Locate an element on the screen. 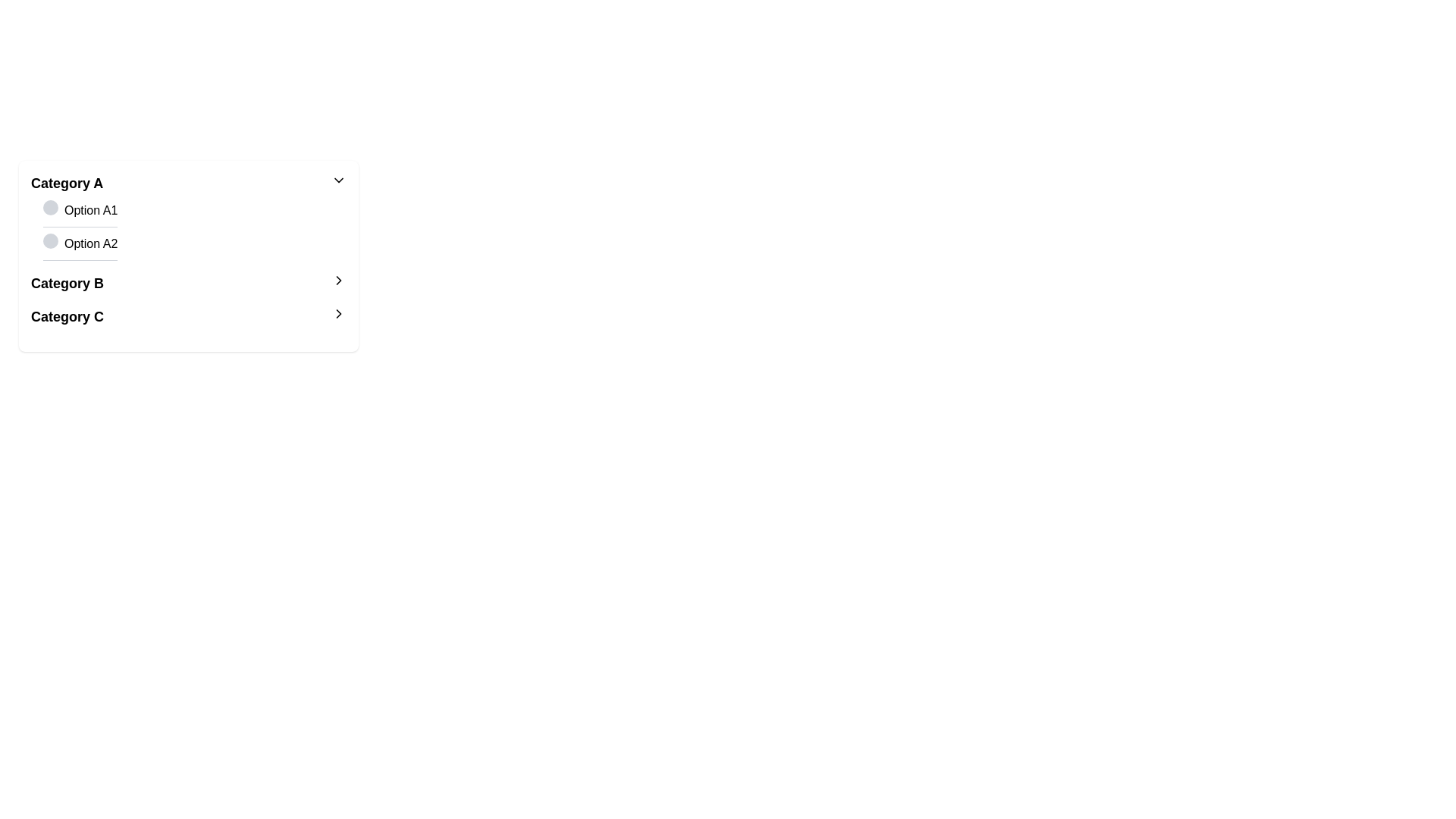 This screenshot has height=819, width=1456. the unselected radio button labeled 'Option A2' is located at coordinates (194, 246).